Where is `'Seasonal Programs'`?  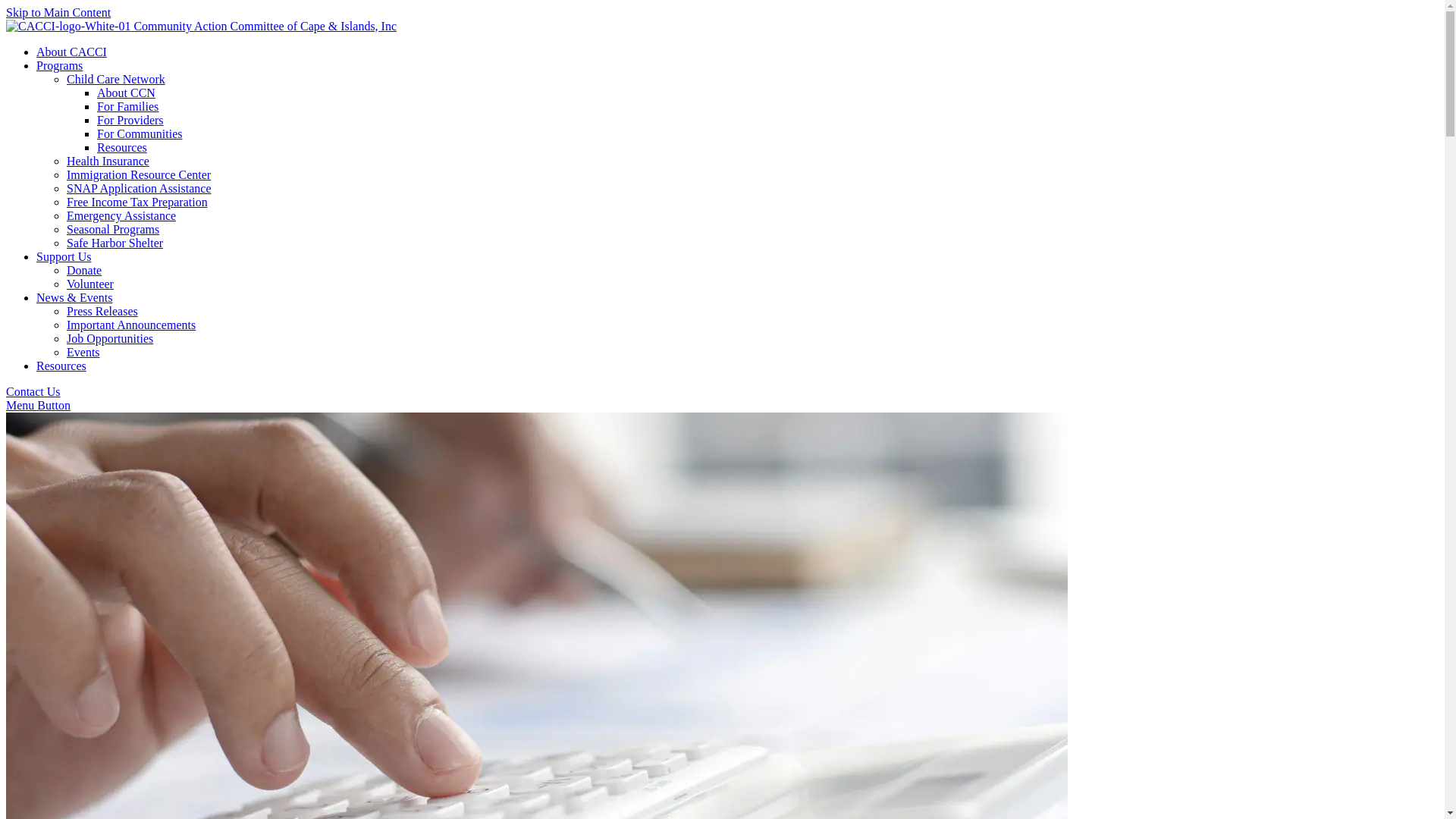
'Seasonal Programs' is located at coordinates (111, 229).